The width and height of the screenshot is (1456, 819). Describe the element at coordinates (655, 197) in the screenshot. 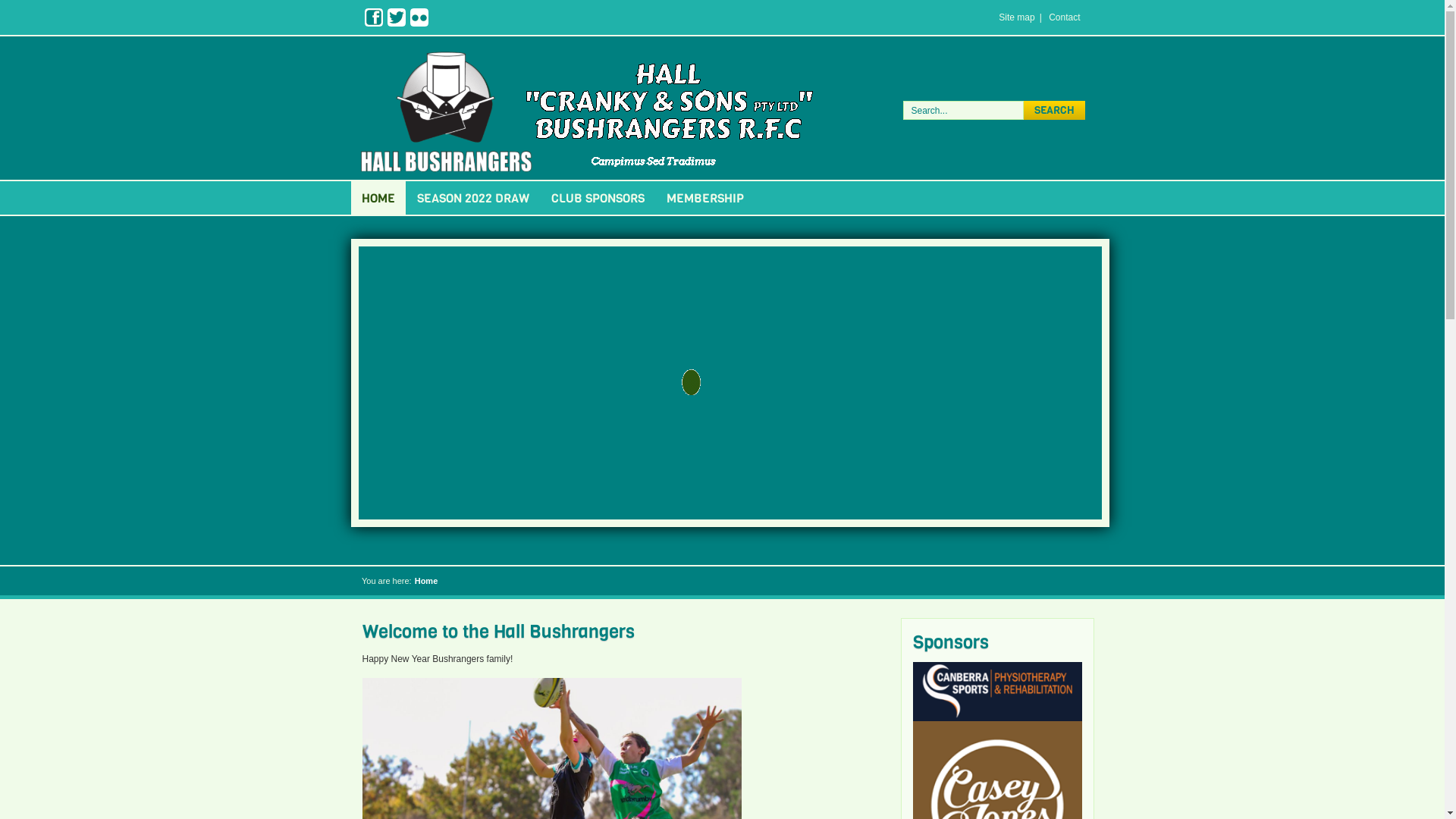

I see `'MEMBERSHIP'` at that location.